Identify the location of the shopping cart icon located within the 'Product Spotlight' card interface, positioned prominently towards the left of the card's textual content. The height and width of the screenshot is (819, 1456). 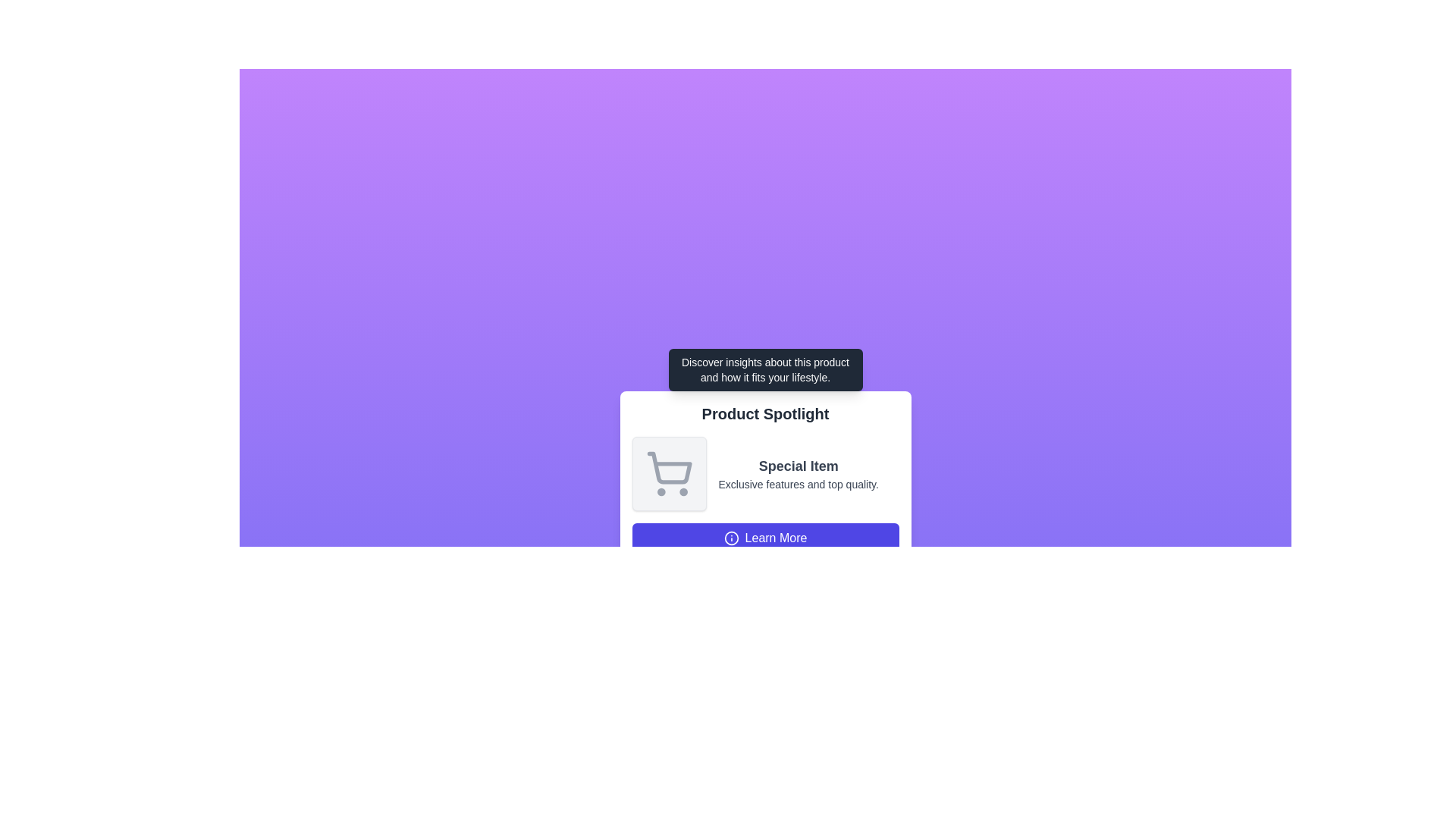
(668, 467).